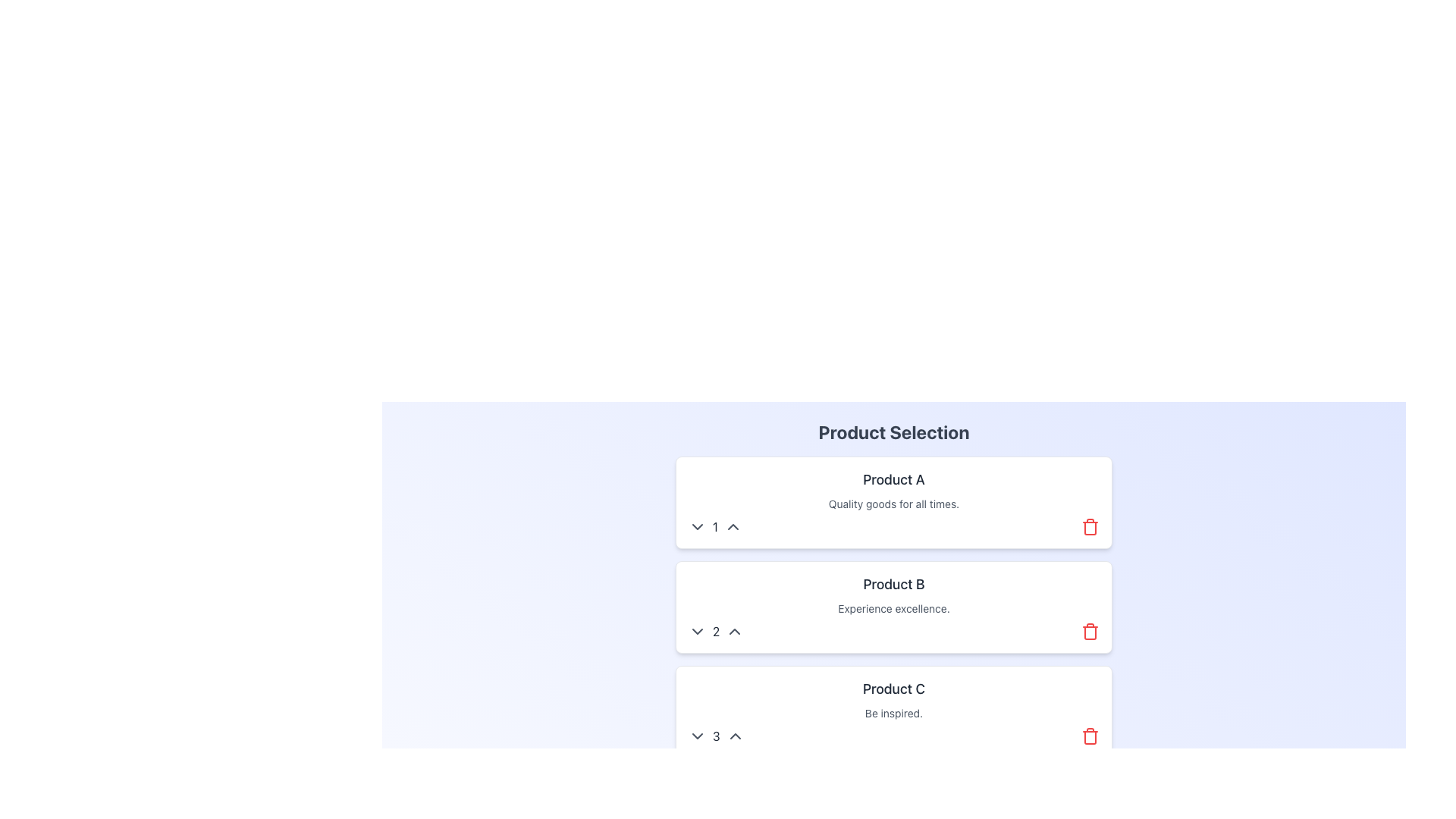  Describe the element at coordinates (715, 632) in the screenshot. I see `the text content displaying the current quantity value of 'Product B', which shows the number '2' positioned between the decrement and increment arrows, to potentially edit or select it` at that location.